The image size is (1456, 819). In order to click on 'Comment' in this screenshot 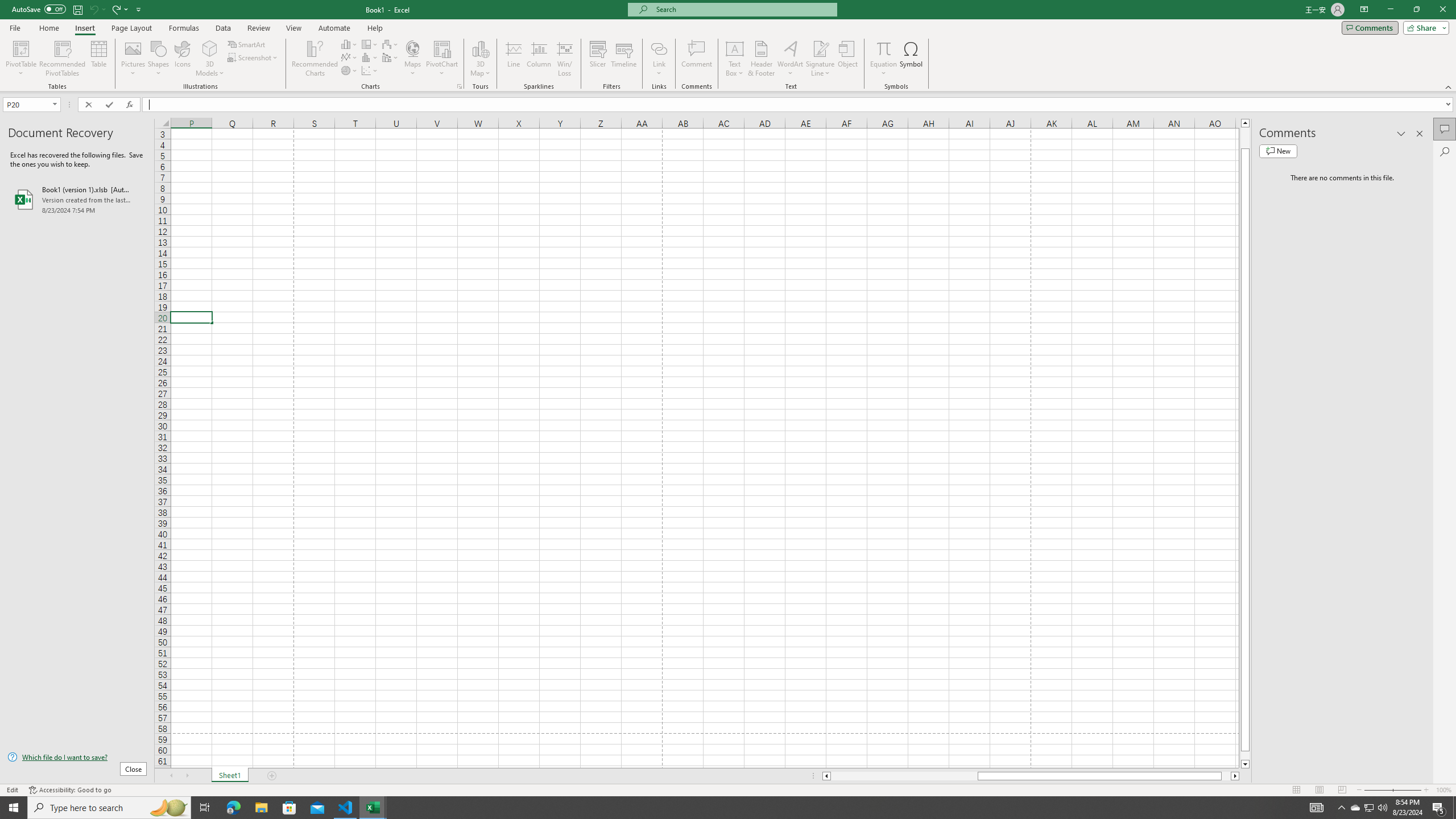, I will do `click(696, 59)`.